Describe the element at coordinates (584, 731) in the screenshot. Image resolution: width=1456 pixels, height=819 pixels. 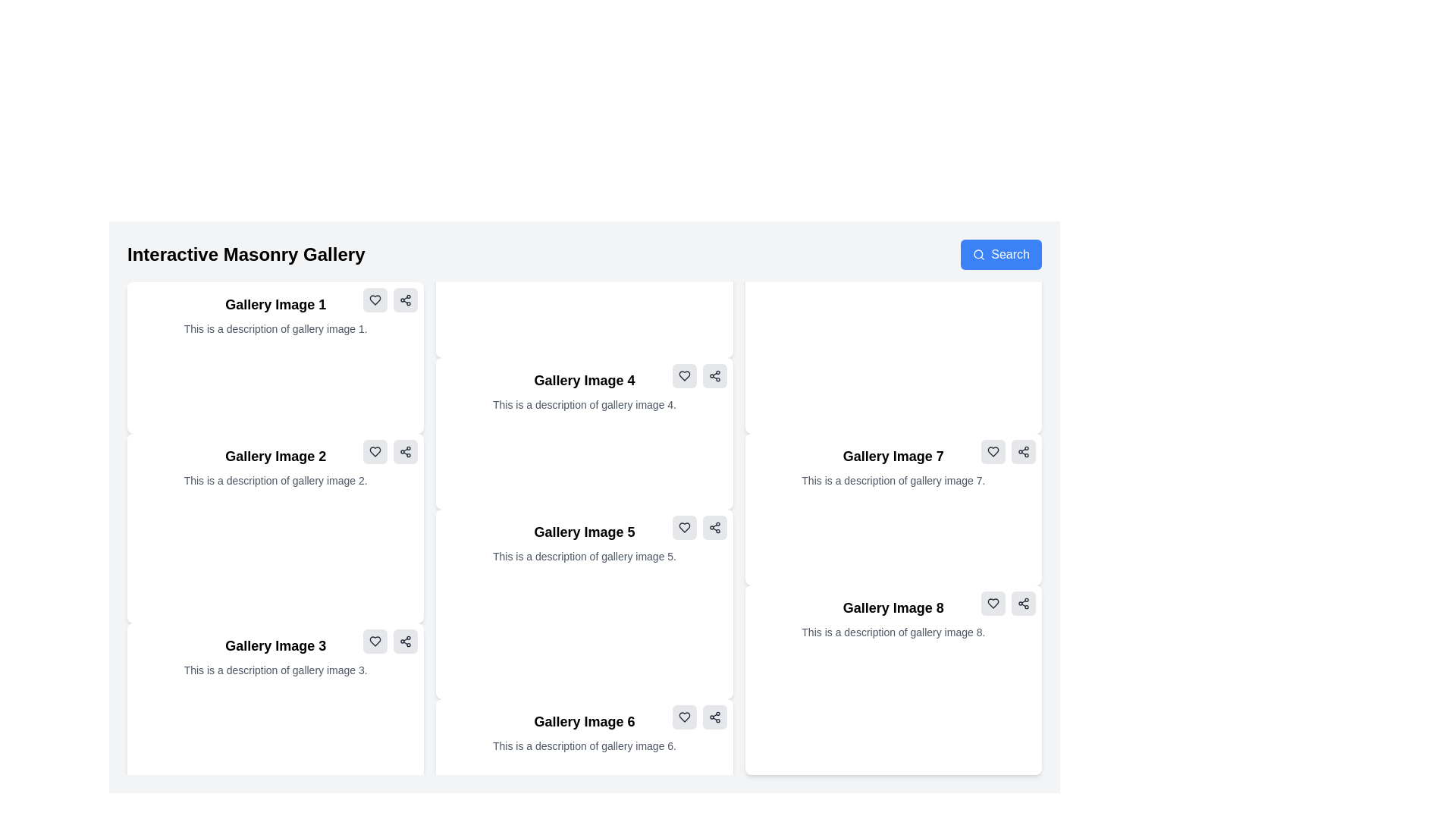
I see `label and description text for gallery image 6, located in the sixth card of the masonry gallery layout at the bottom row of the left column` at that location.